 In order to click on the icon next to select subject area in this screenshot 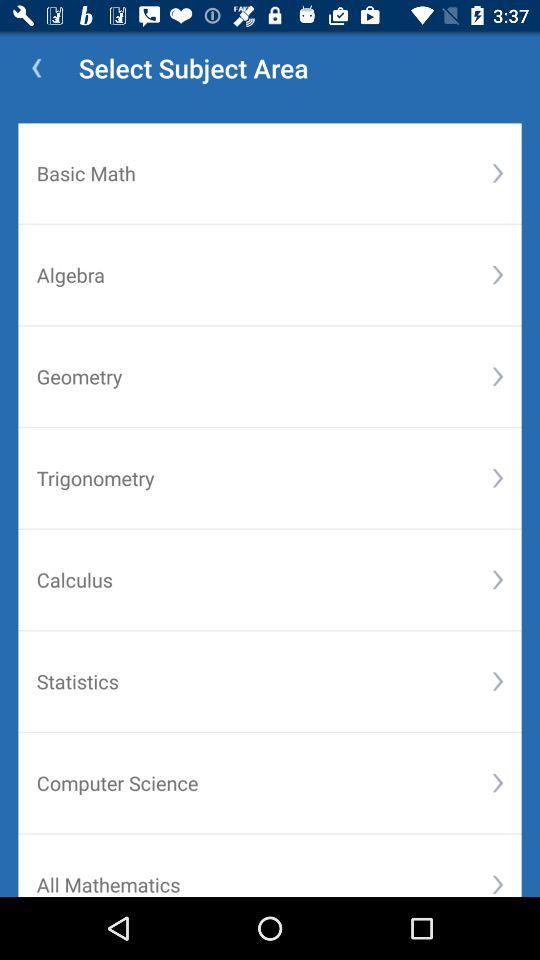, I will do `click(36, 68)`.